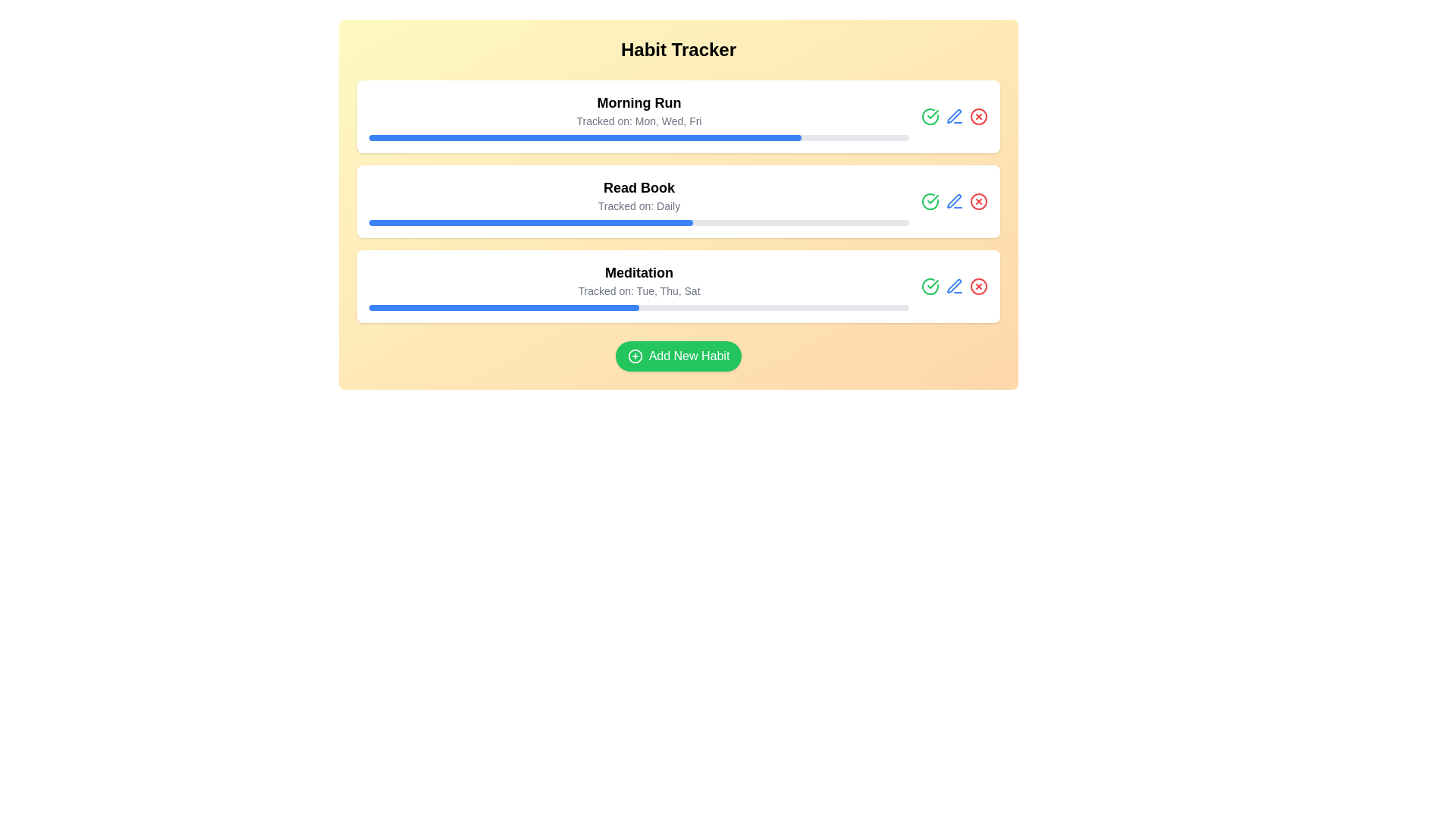 The width and height of the screenshot is (1456, 819). I want to click on the visual state of the progress indicator, which is a blue rounded bar occupying 50% of the width of its gray track in the 'Meditation' section of the habit tracker interface, so click(504, 307).